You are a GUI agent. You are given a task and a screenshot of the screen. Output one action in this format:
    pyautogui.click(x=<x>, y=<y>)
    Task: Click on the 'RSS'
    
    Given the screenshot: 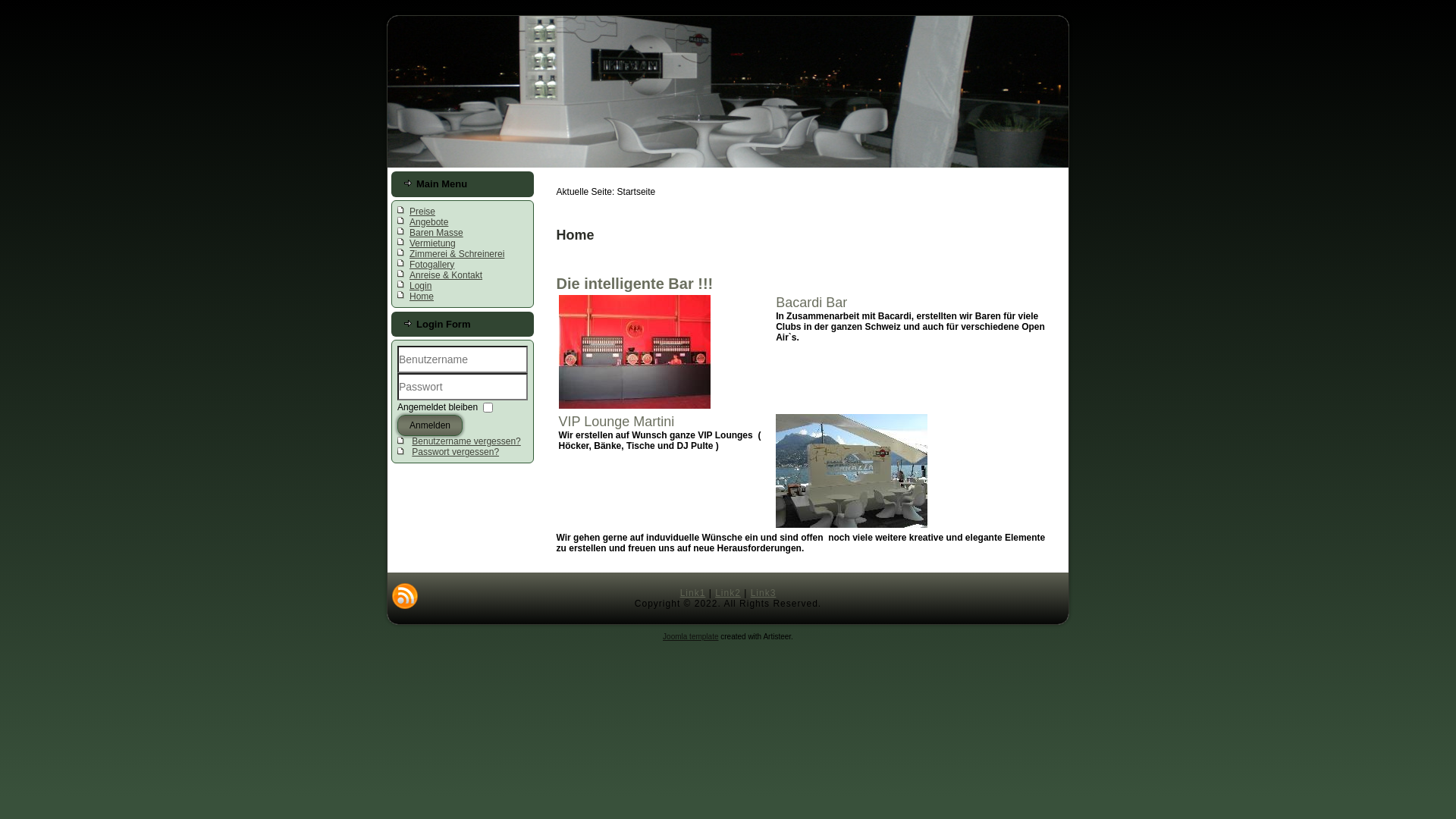 What is the action you would take?
    pyautogui.click(x=404, y=595)
    